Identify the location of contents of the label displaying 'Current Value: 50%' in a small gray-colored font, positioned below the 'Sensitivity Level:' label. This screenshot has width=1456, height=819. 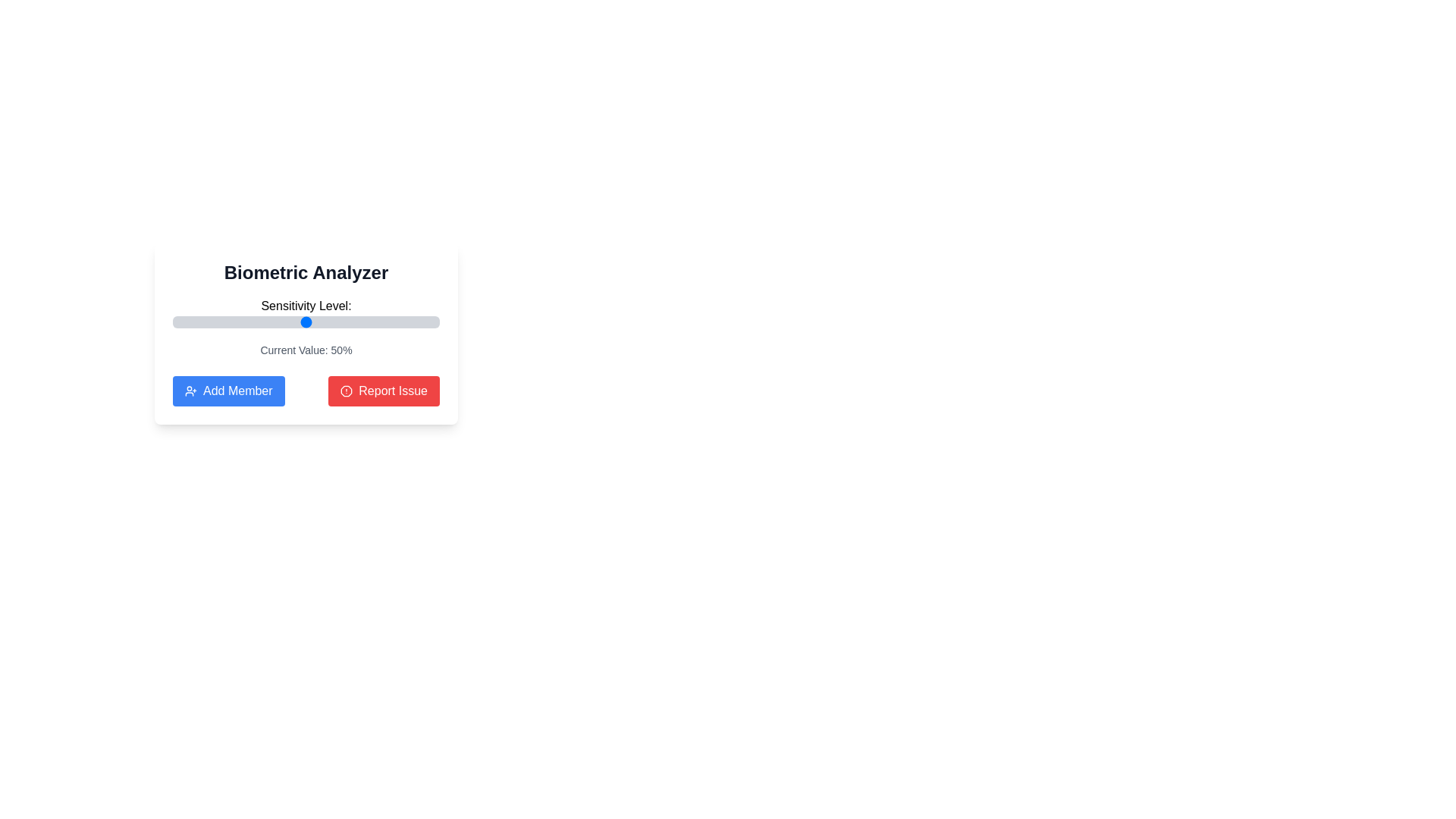
(305, 350).